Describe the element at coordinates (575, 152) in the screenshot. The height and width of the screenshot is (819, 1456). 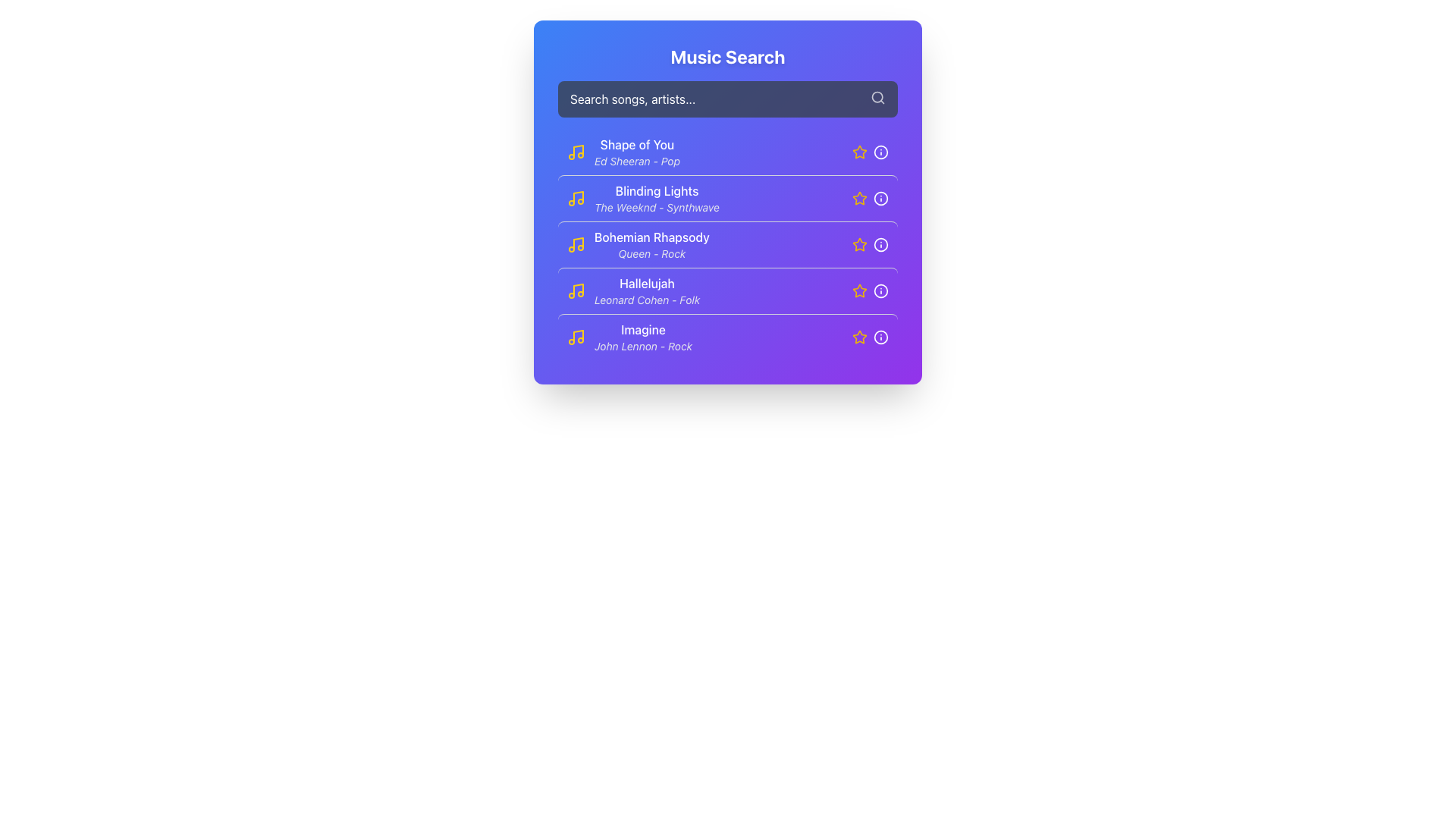
I see `the music icon representing the song 'Shape of You Ed Sheeran - Pop' in the first entry of the music search results` at that location.